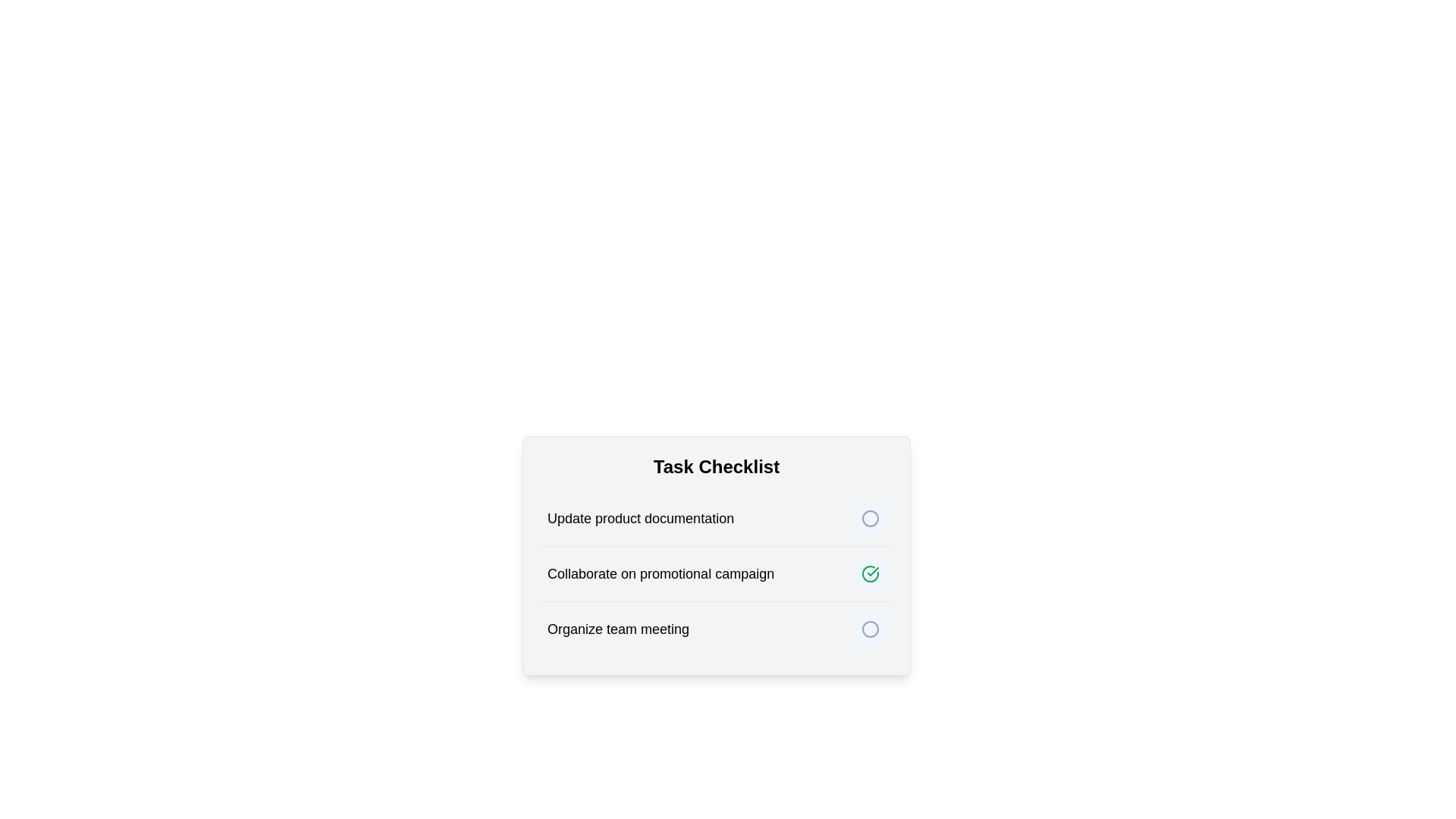 Image resolution: width=1456 pixels, height=819 pixels. Describe the element at coordinates (870, 517) in the screenshot. I see `the status indicator icon located in the rightmost column of the first row of the checklist, next to 'Update product documentation', to change its state` at that location.